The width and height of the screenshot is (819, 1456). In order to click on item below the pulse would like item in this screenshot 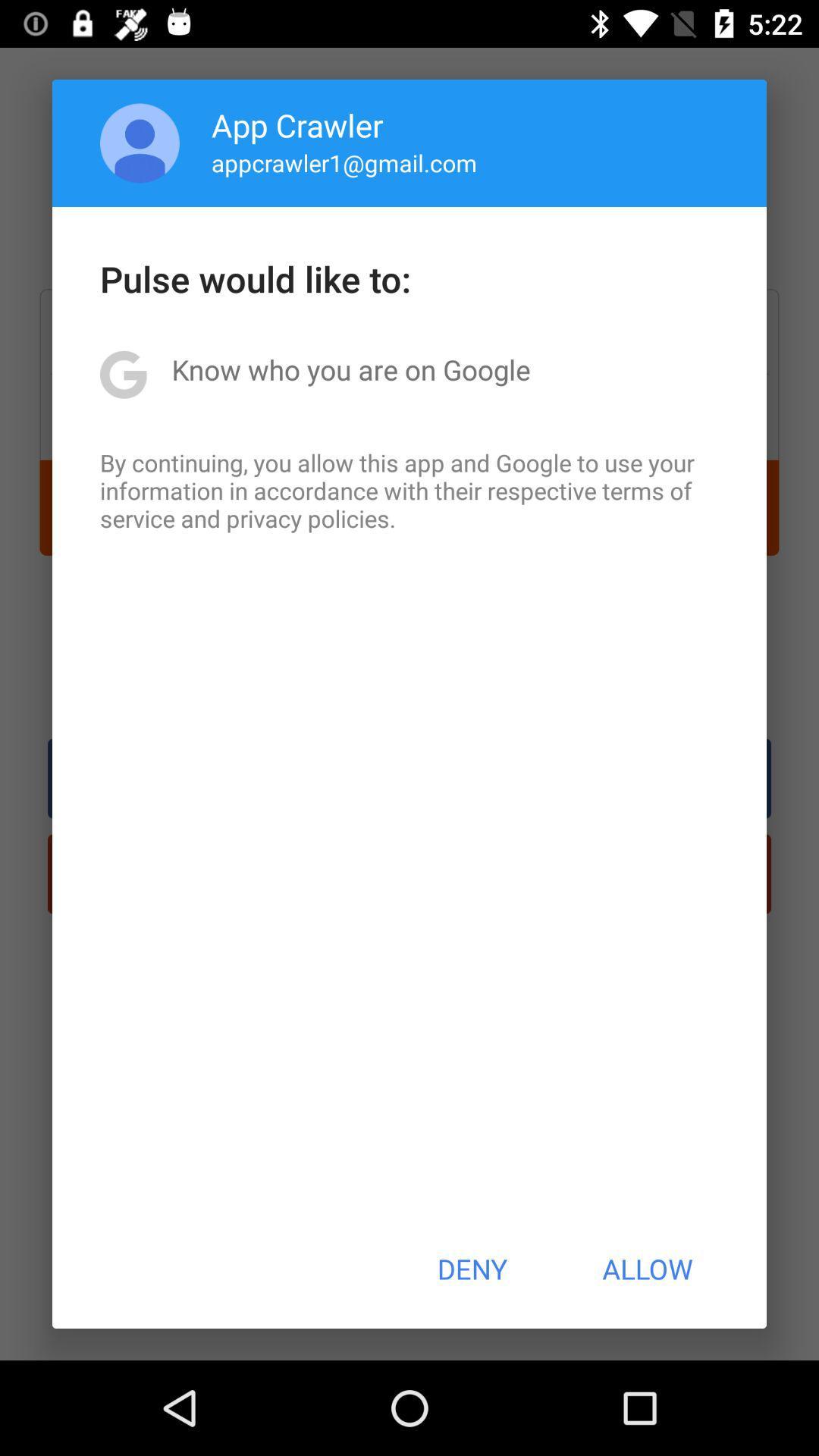, I will do `click(351, 369)`.